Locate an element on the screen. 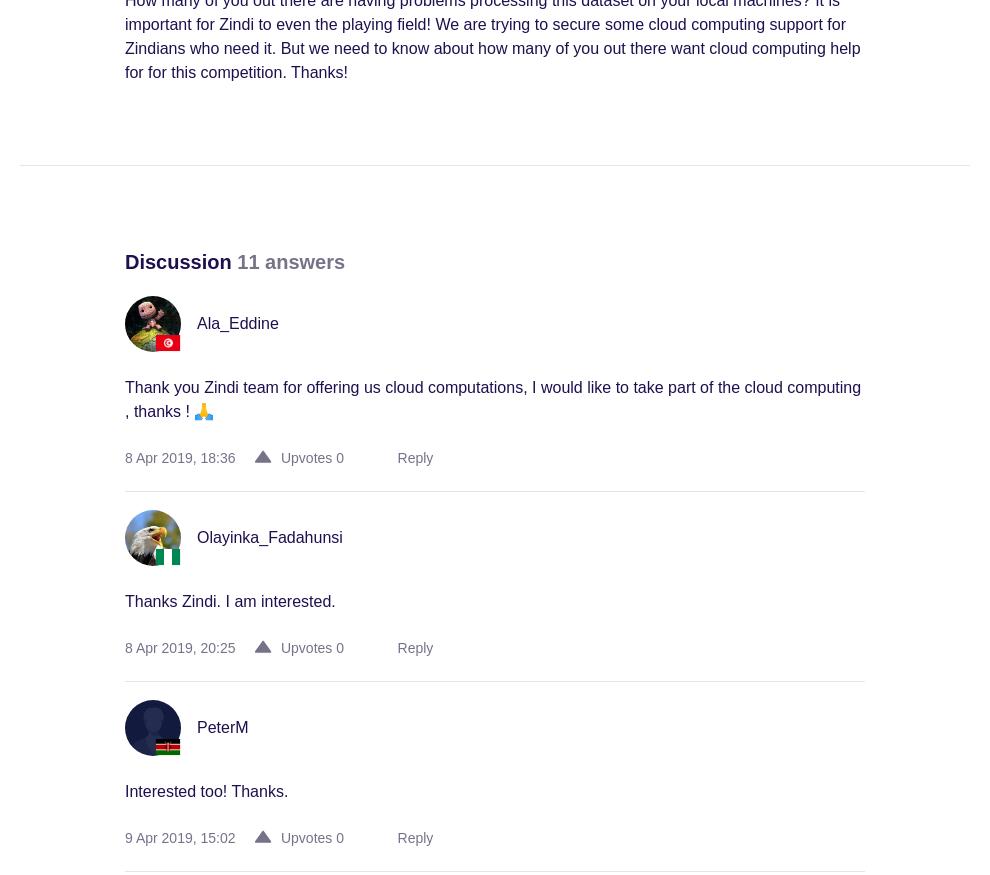 The image size is (990, 875). '9 Apr 2019, 15:02' is located at coordinates (179, 837).